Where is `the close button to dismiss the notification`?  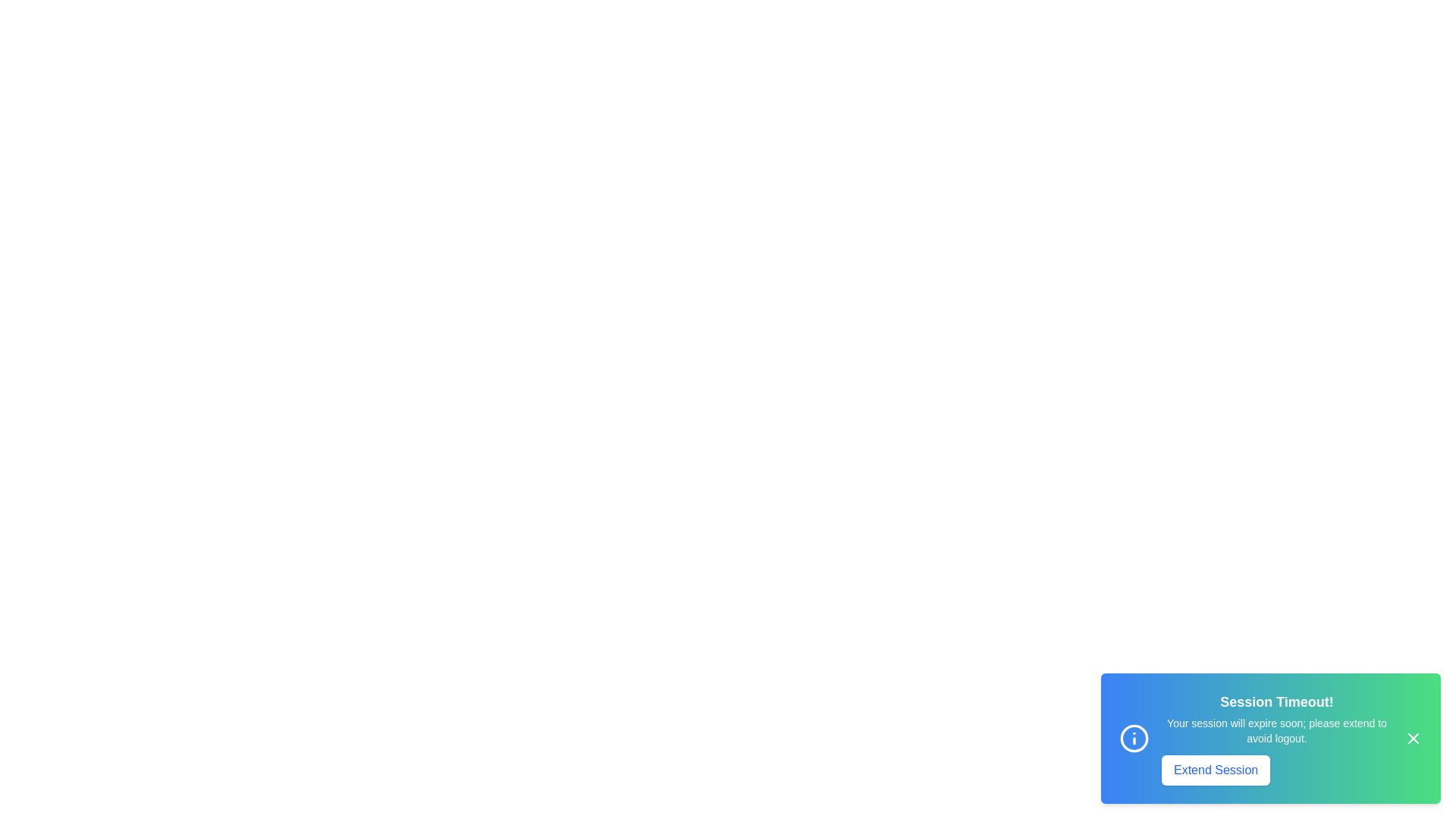
the close button to dismiss the notification is located at coordinates (1412, 738).